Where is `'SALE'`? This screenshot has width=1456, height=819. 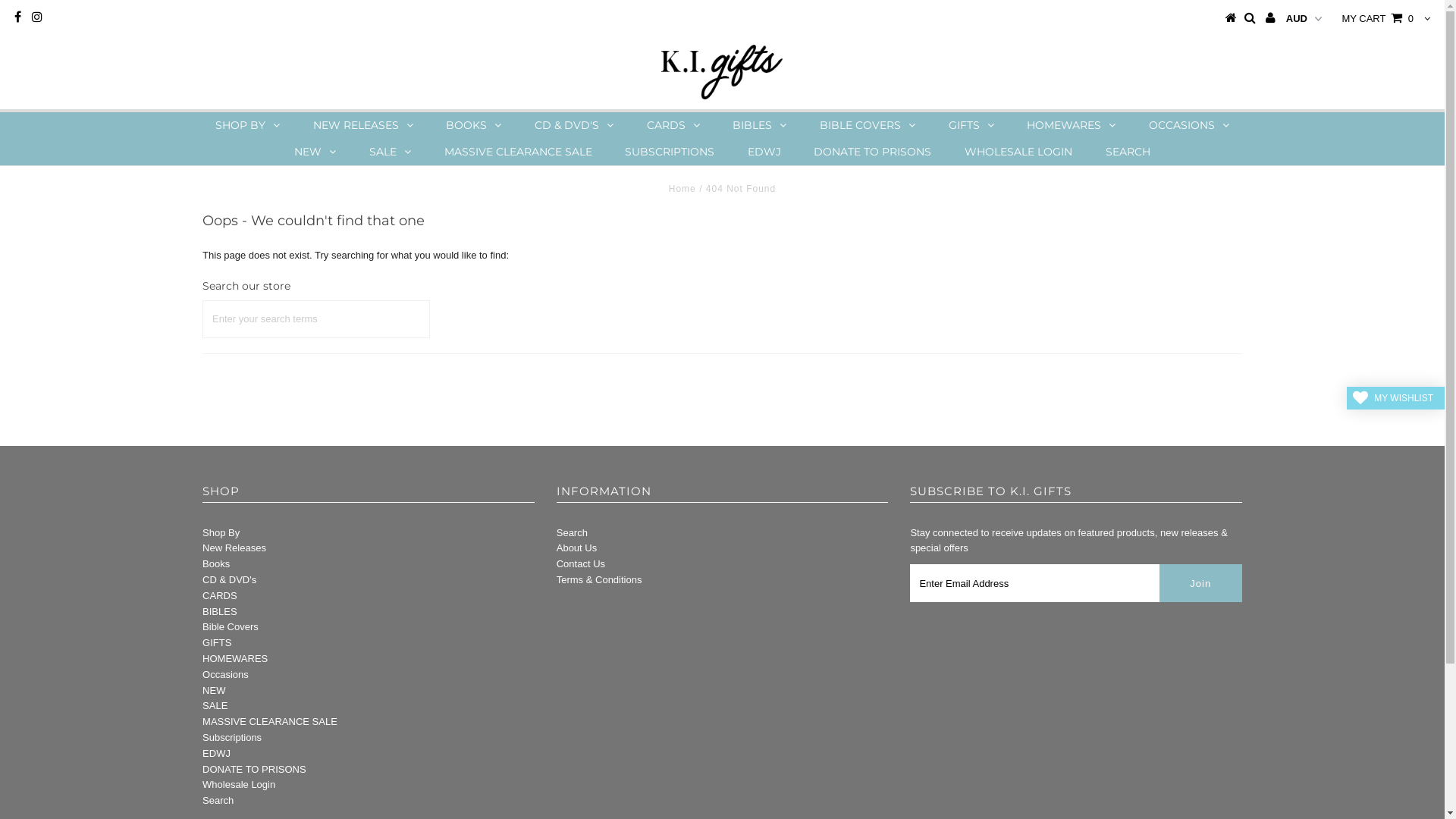
'SALE' is located at coordinates (214, 705).